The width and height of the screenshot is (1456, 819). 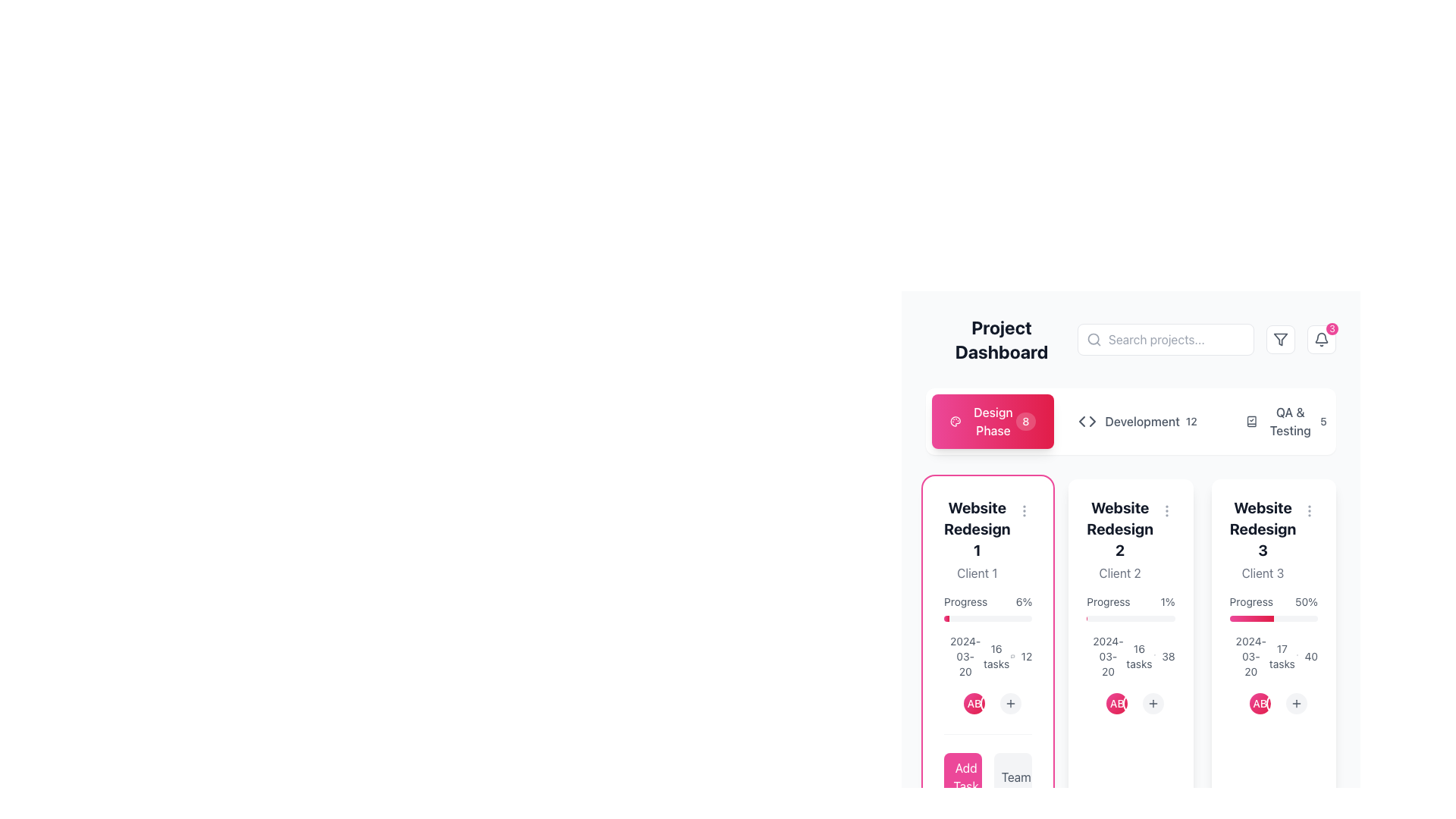 I want to click on around the header element that displays 'Website Redesign 2' and 'Client 2' in the 'Design Phase' section of the UI, so click(x=1120, y=539).